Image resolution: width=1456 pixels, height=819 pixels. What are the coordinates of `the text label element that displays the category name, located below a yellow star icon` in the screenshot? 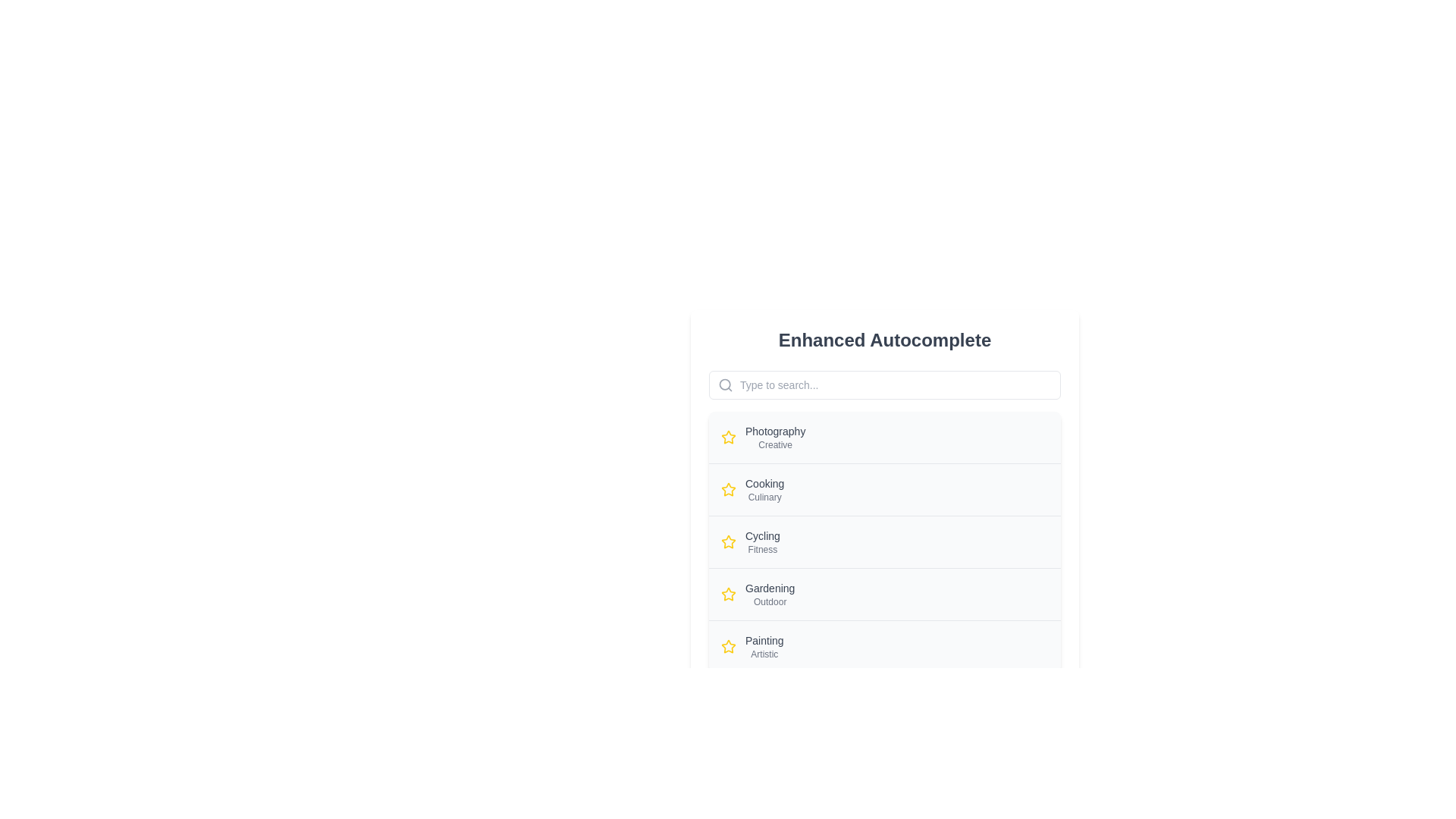 It's located at (770, 587).